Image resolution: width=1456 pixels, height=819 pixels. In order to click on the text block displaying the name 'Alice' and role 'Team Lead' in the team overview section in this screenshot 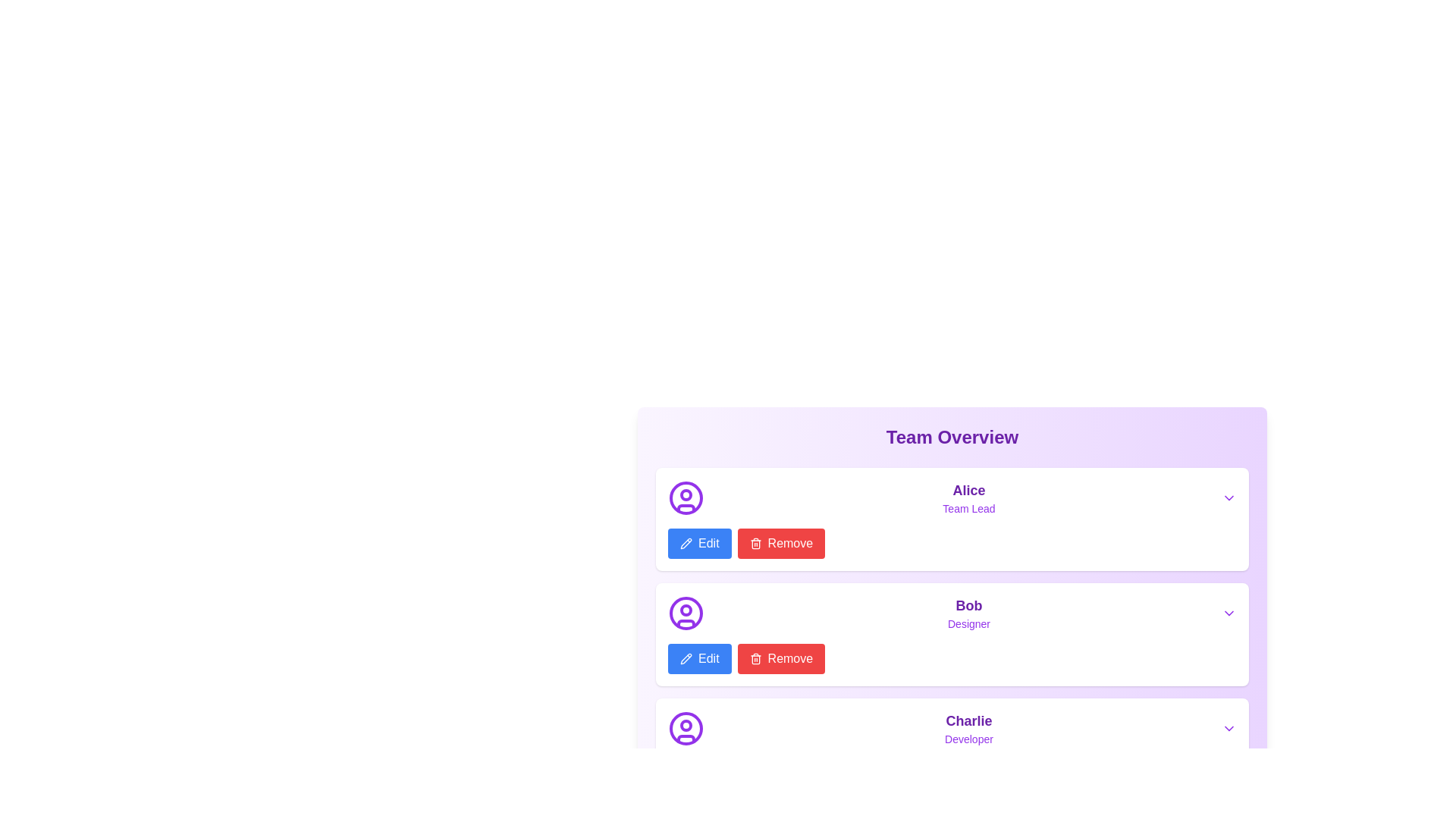, I will do `click(968, 497)`.